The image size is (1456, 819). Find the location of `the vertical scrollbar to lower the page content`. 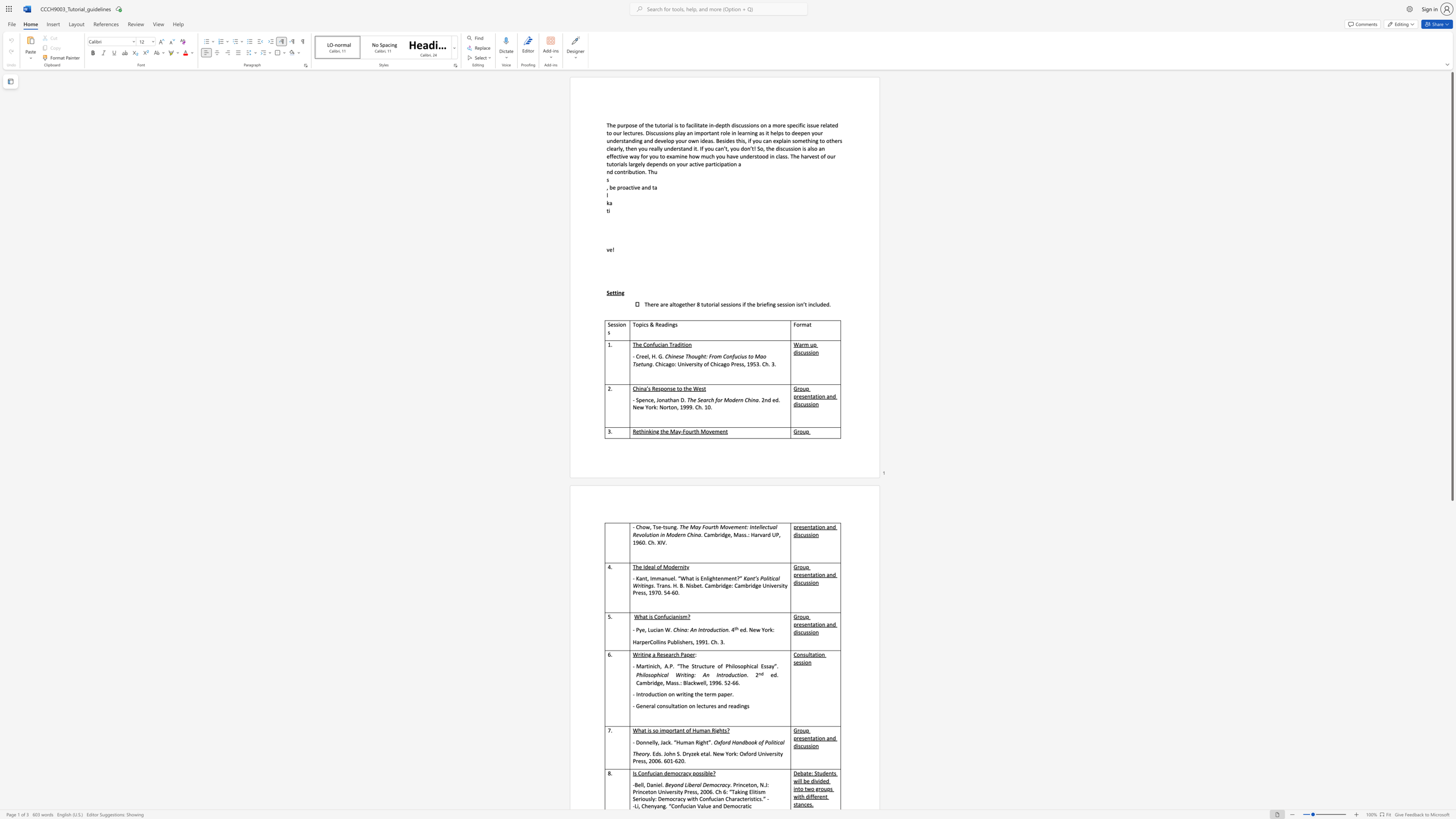

the vertical scrollbar to lower the page content is located at coordinates (1451, 652).